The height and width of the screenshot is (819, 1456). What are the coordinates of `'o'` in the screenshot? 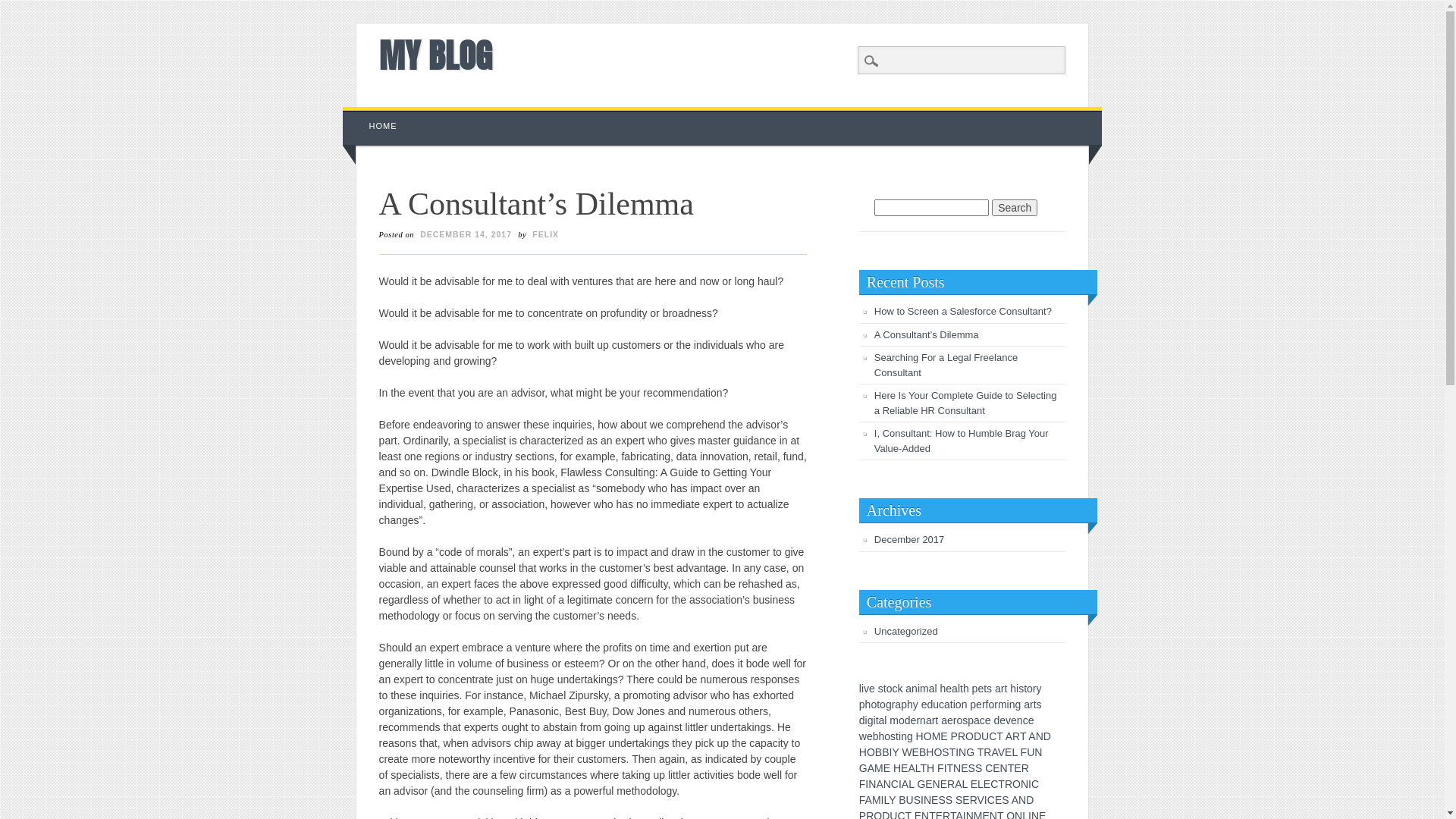 It's located at (954, 704).